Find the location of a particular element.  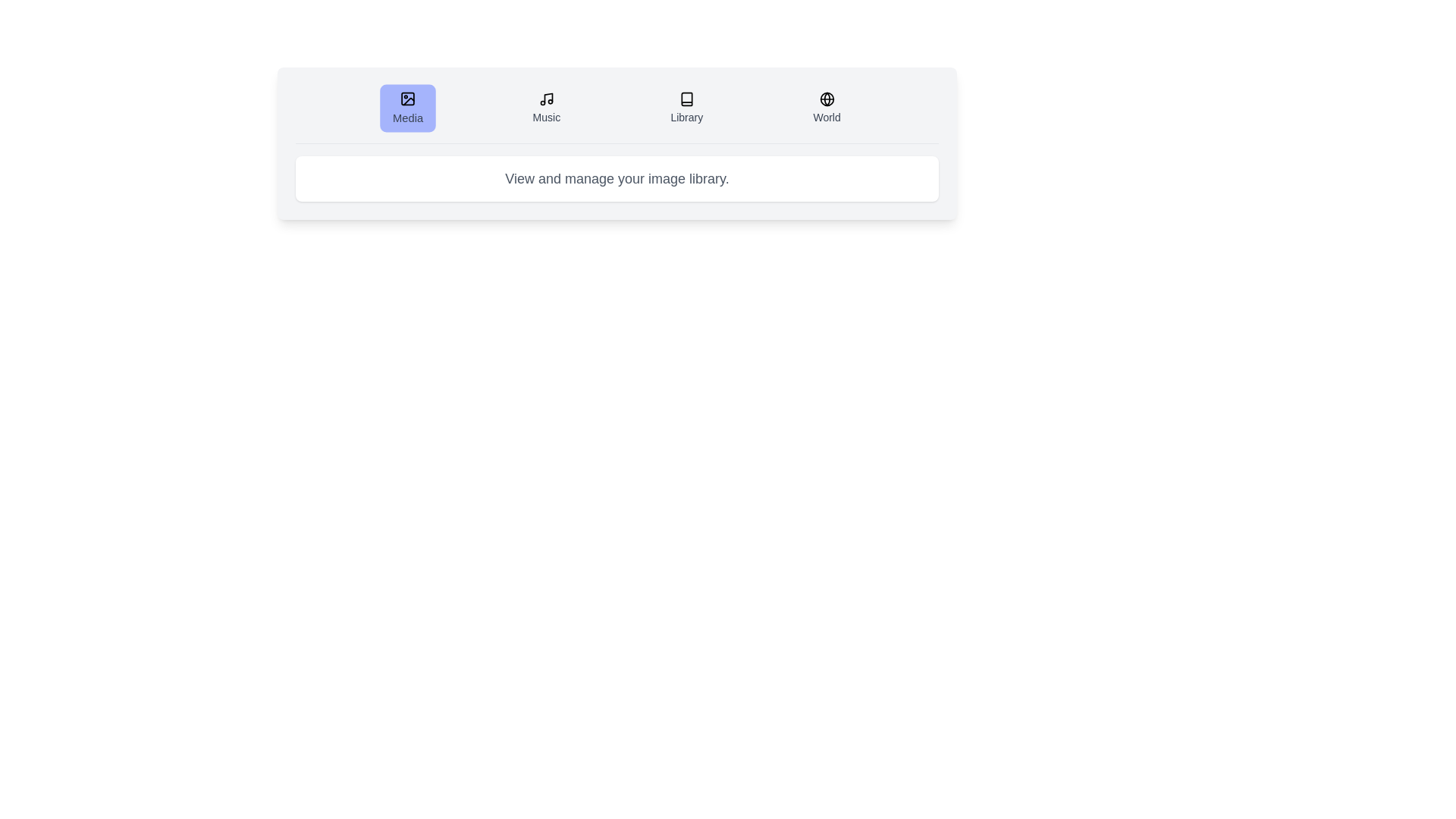

the tab labeled Library is located at coordinates (686, 107).